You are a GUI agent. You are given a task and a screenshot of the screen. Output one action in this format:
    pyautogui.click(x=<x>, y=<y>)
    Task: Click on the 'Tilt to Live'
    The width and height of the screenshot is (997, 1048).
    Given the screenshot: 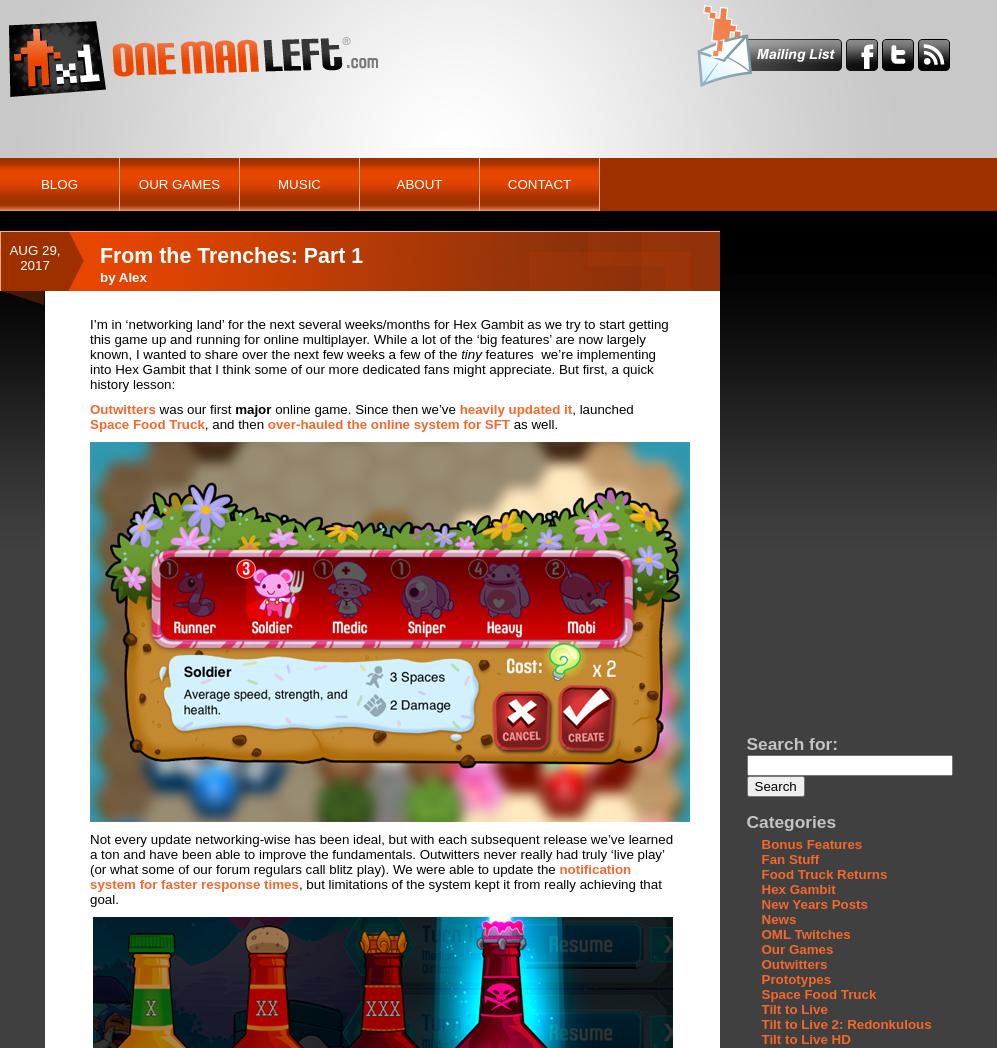 What is the action you would take?
    pyautogui.click(x=793, y=1009)
    